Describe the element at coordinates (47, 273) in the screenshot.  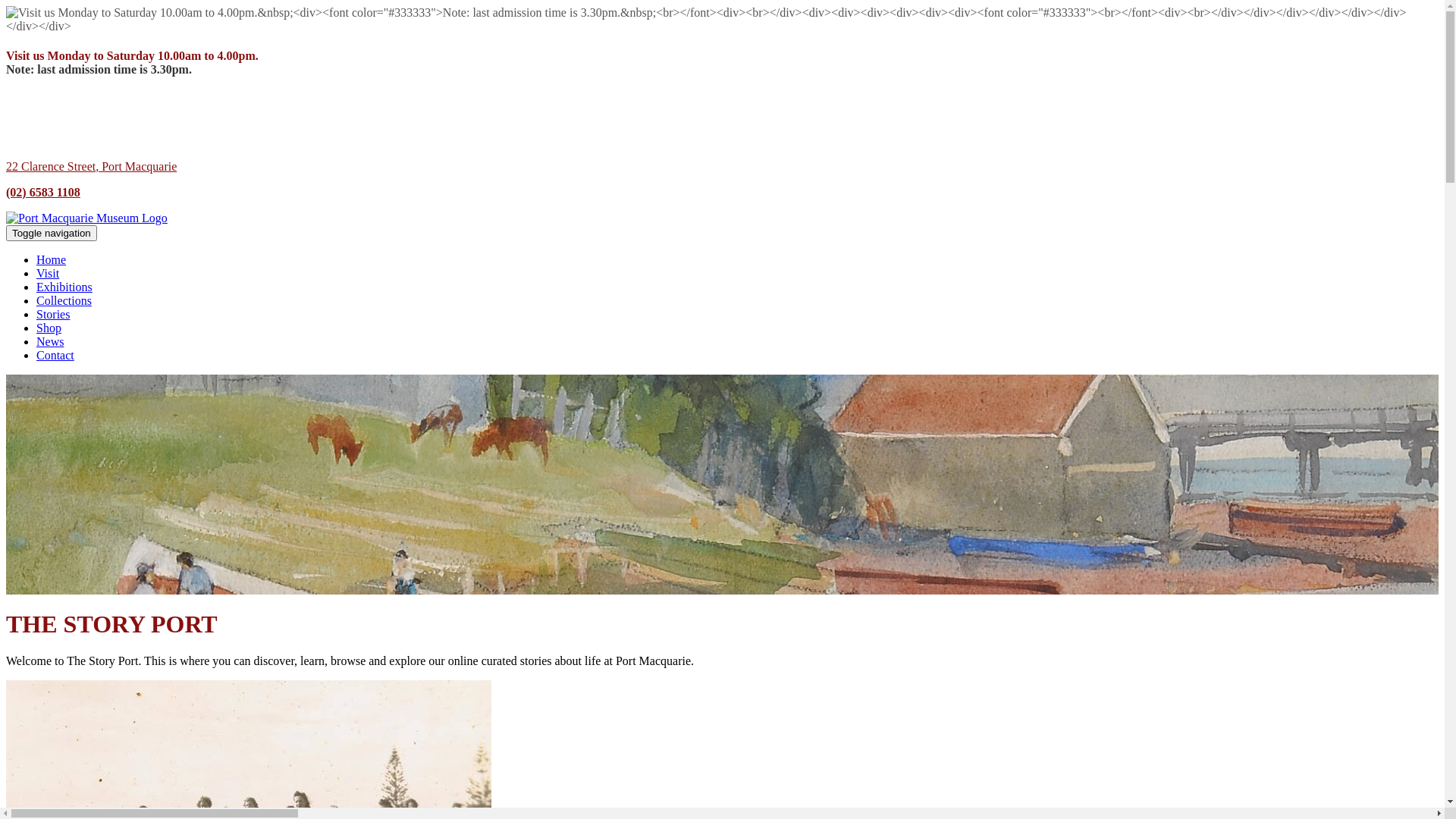
I see `'Visit'` at that location.